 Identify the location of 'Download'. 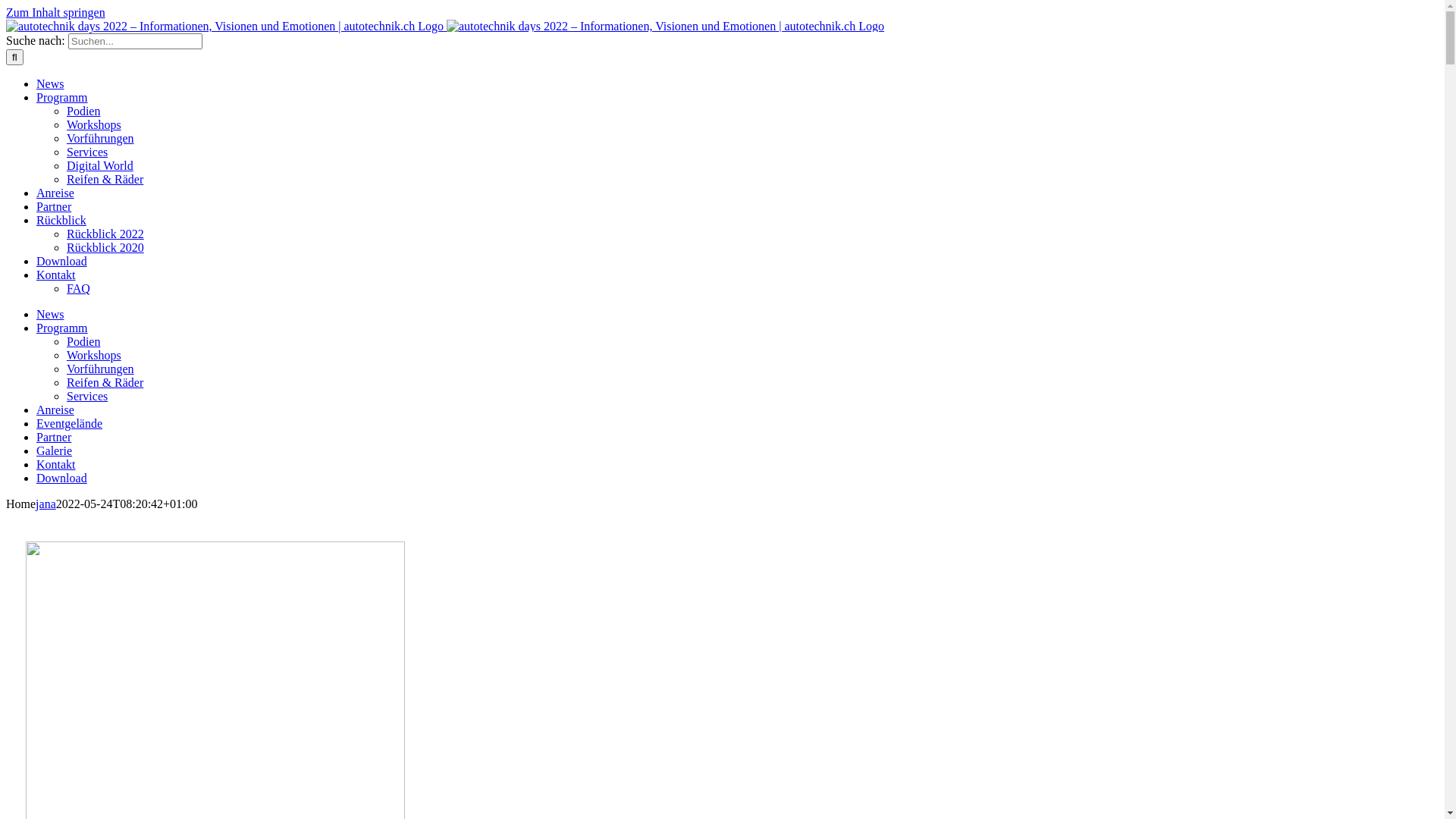
(36, 478).